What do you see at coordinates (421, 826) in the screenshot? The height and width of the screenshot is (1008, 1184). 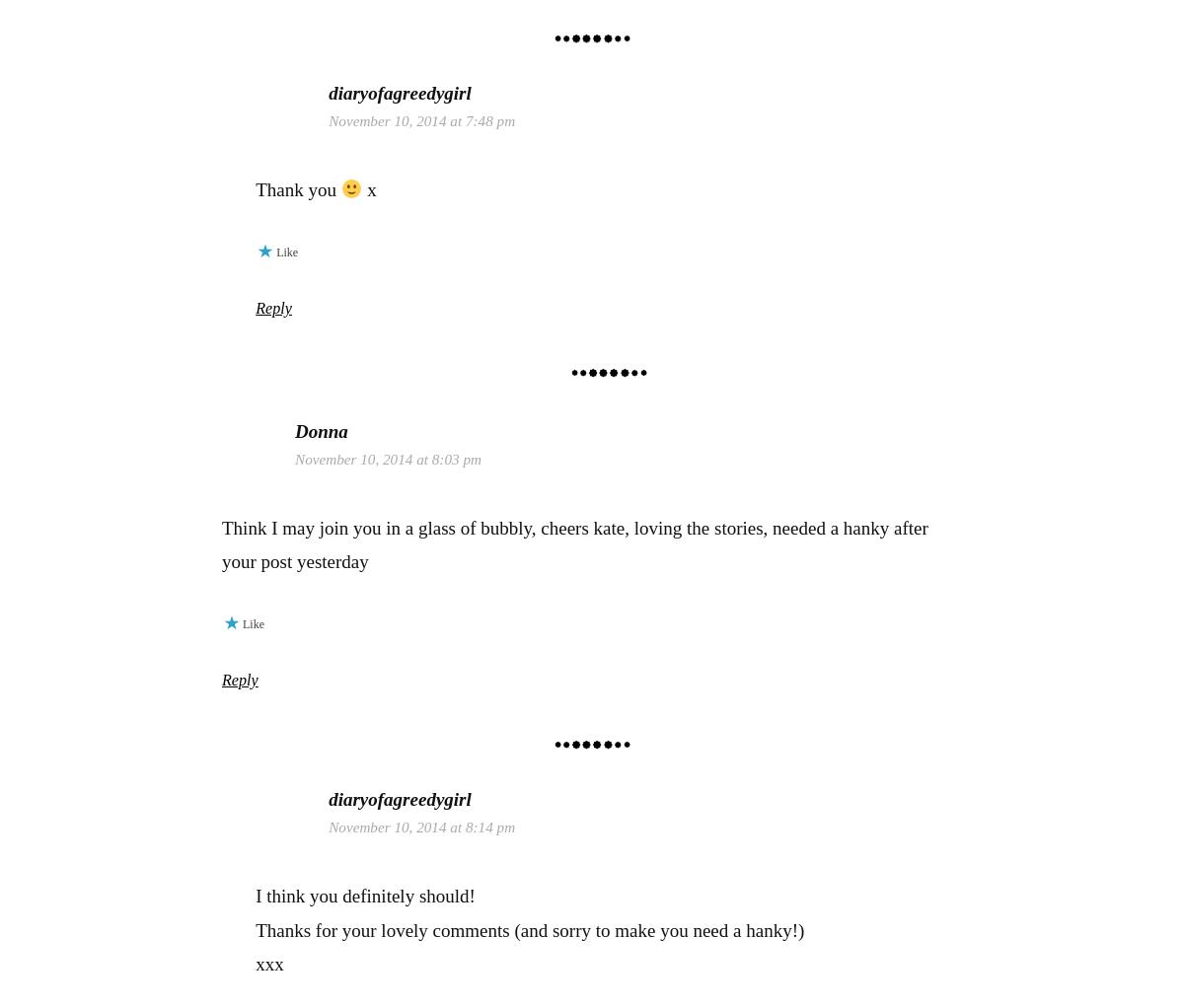 I see `'November 10, 2014 at 8:14 pm'` at bounding box center [421, 826].